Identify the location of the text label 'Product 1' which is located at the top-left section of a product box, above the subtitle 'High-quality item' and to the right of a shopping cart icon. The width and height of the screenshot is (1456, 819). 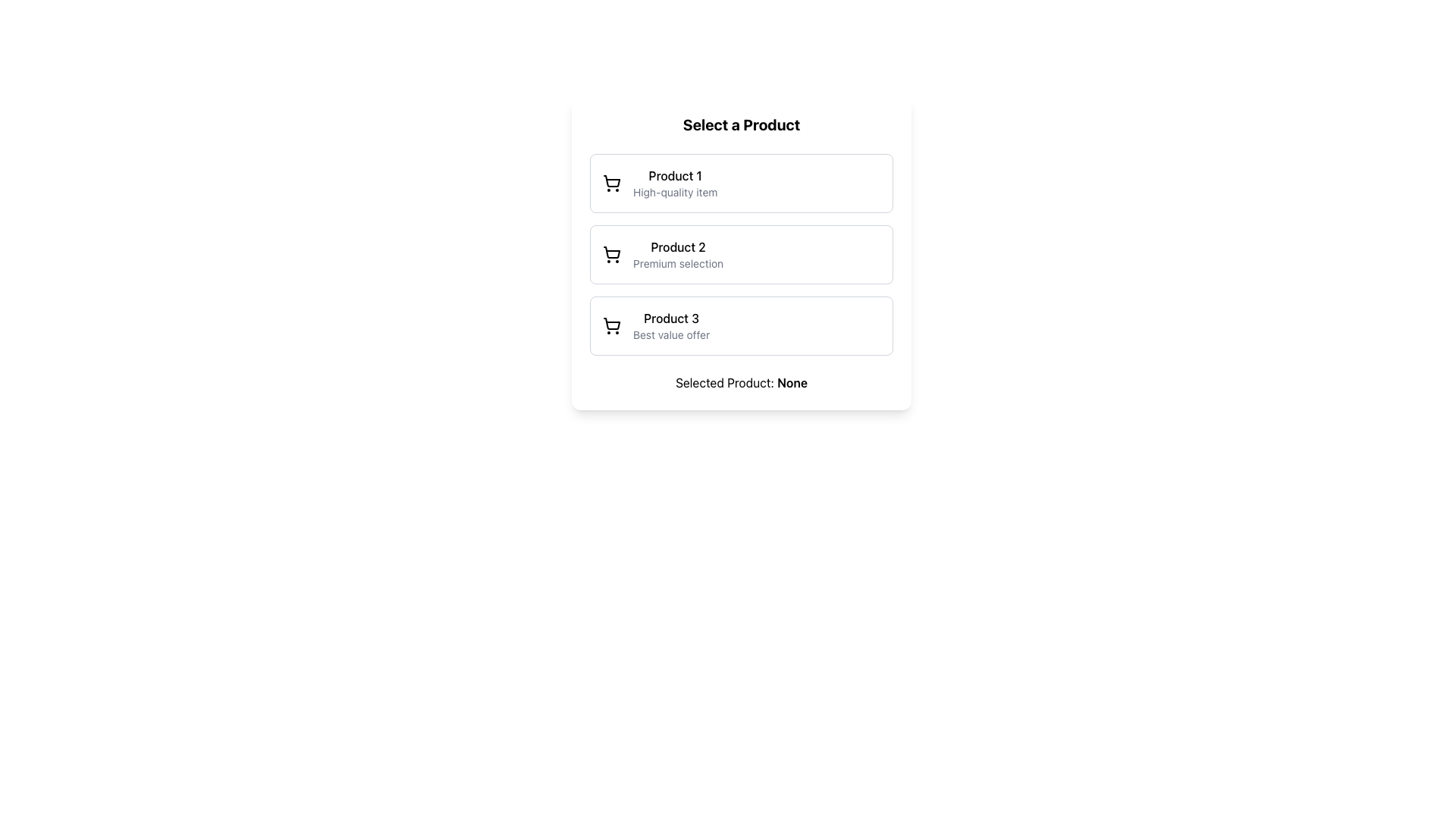
(674, 174).